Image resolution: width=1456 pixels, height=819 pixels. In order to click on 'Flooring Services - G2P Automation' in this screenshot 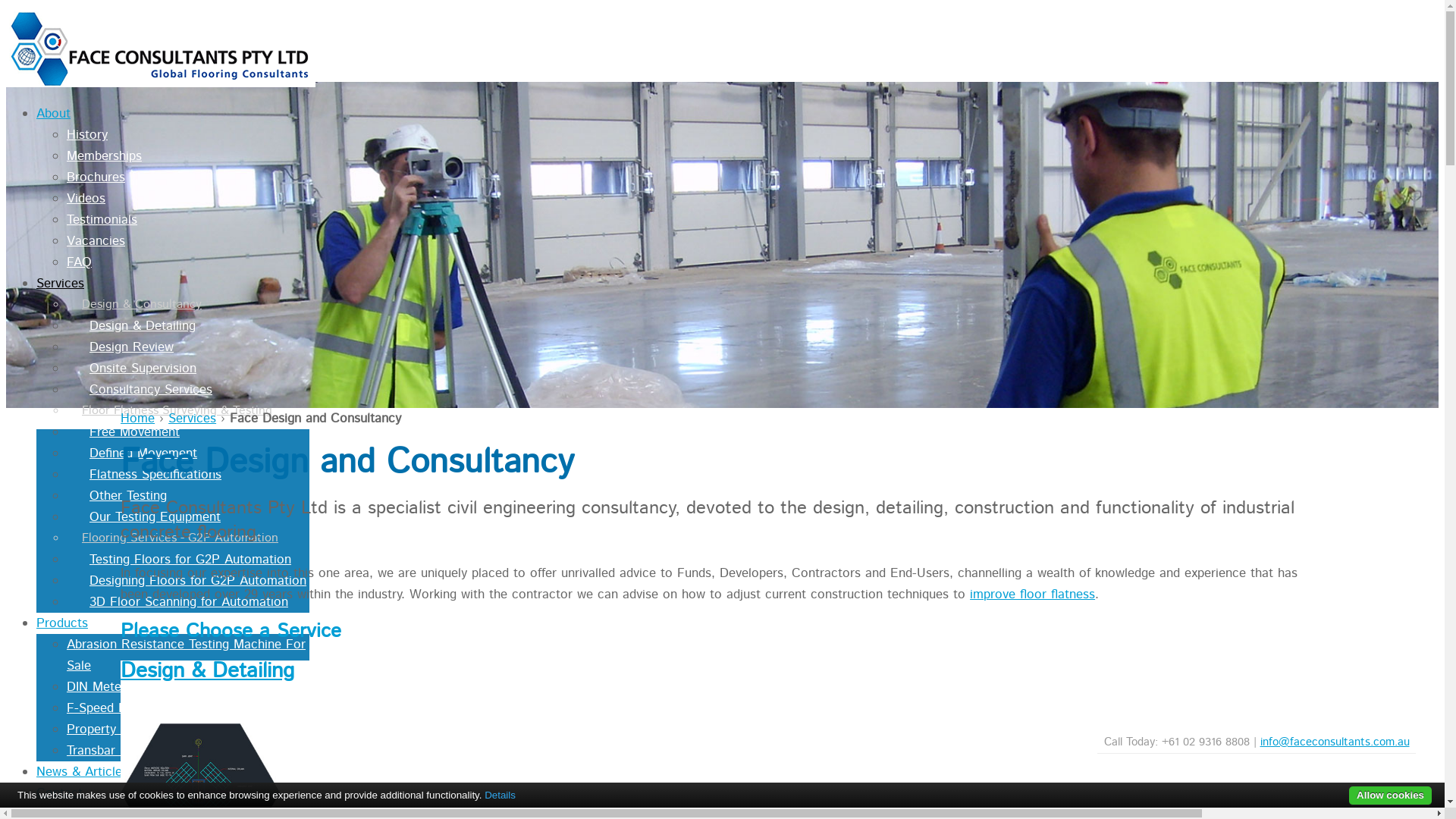, I will do `click(172, 537)`.